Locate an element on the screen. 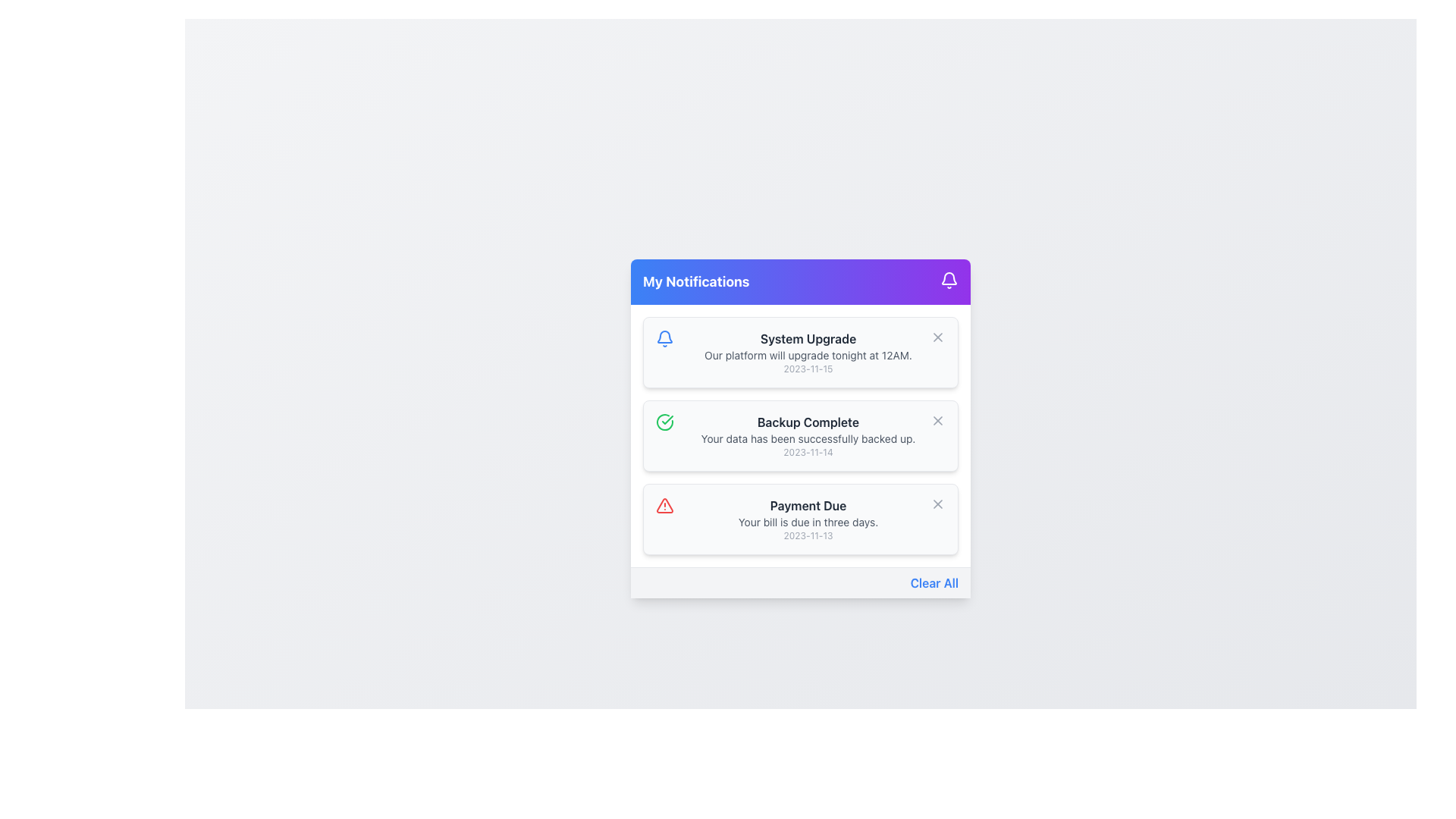 This screenshot has width=1456, height=819. the text element that reads 'Your data has been successfully backed up.' which is styled in a small gray font, positioned below 'Backup Complete' and above '2023-11-14' in the notification card is located at coordinates (807, 438).